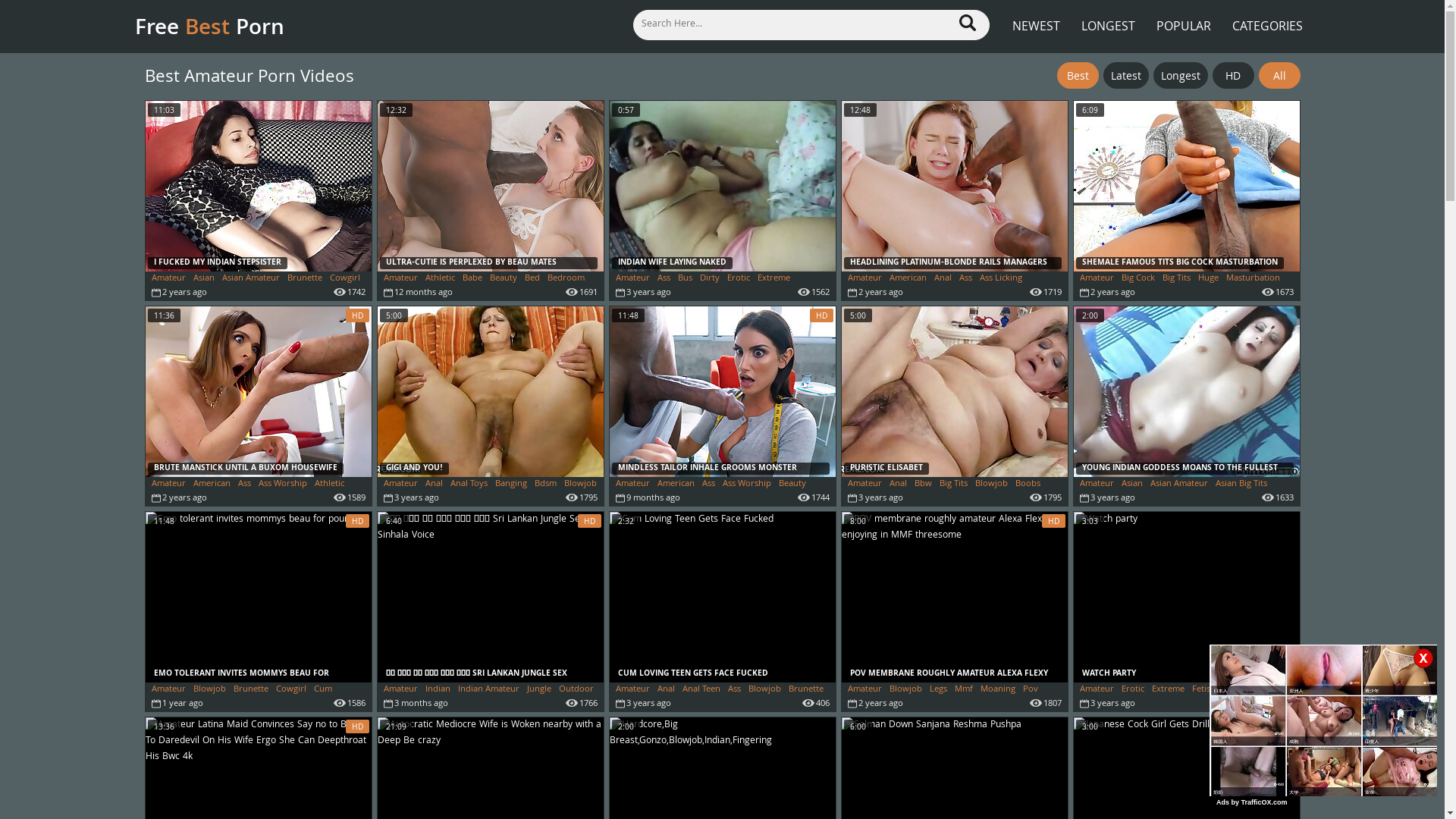  Describe the element at coordinates (810, 24) in the screenshot. I see `'Search X Videos'` at that location.